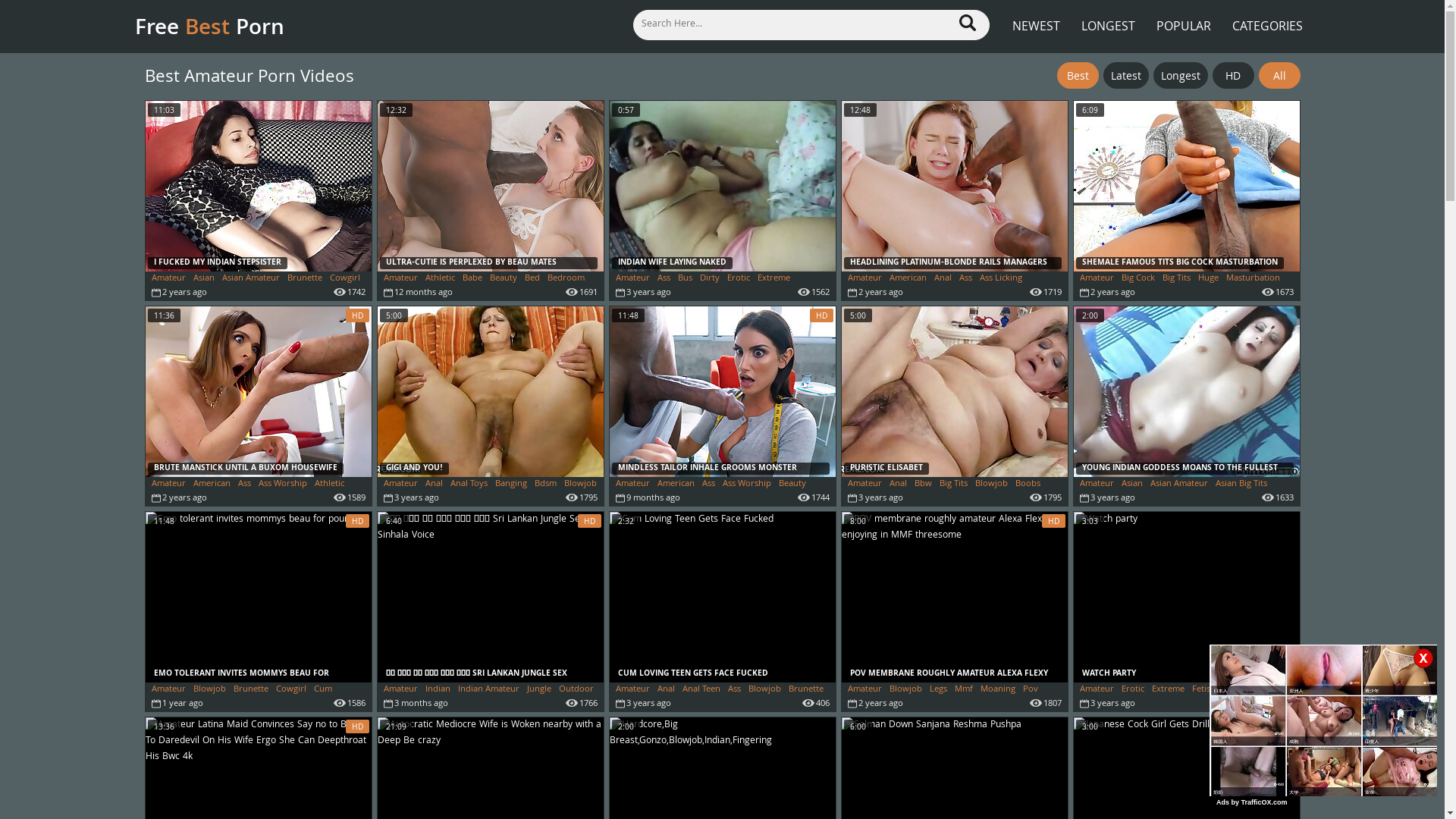  Describe the element at coordinates (810, 24) in the screenshot. I see `'Search X Videos'` at that location.